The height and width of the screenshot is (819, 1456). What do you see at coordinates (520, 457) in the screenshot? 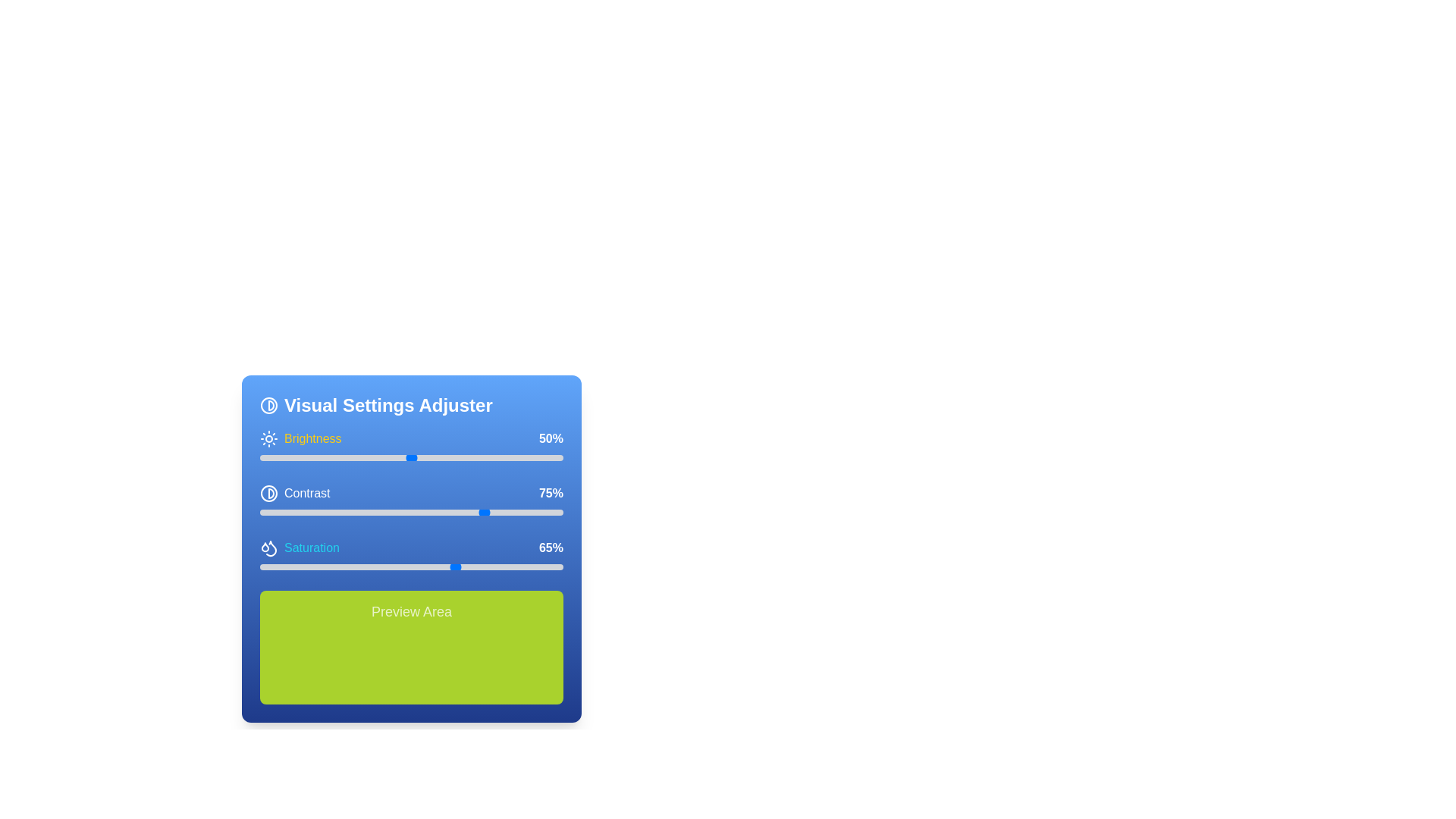
I see `the brightness` at bounding box center [520, 457].